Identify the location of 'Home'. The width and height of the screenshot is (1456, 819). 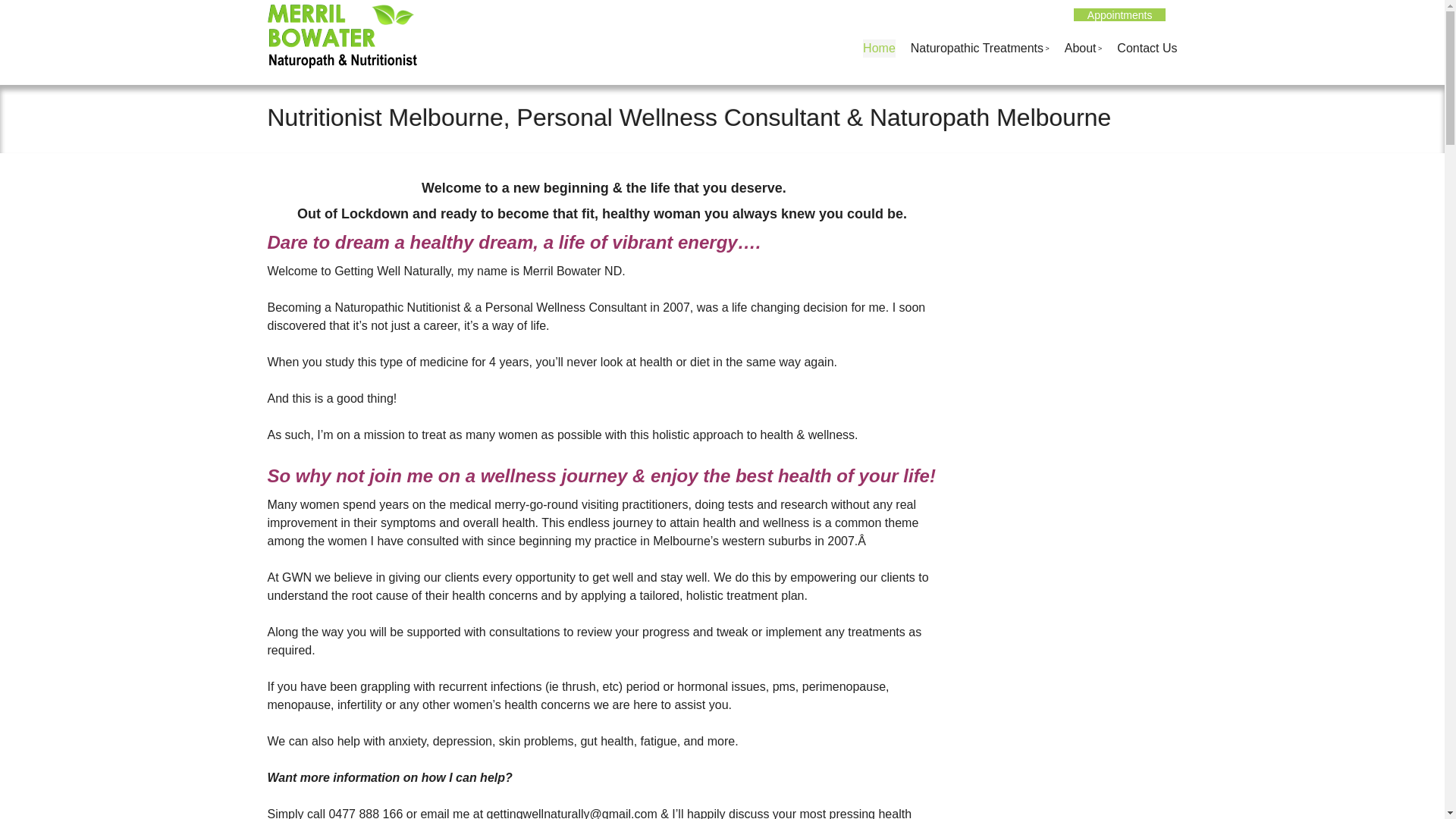
(879, 48).